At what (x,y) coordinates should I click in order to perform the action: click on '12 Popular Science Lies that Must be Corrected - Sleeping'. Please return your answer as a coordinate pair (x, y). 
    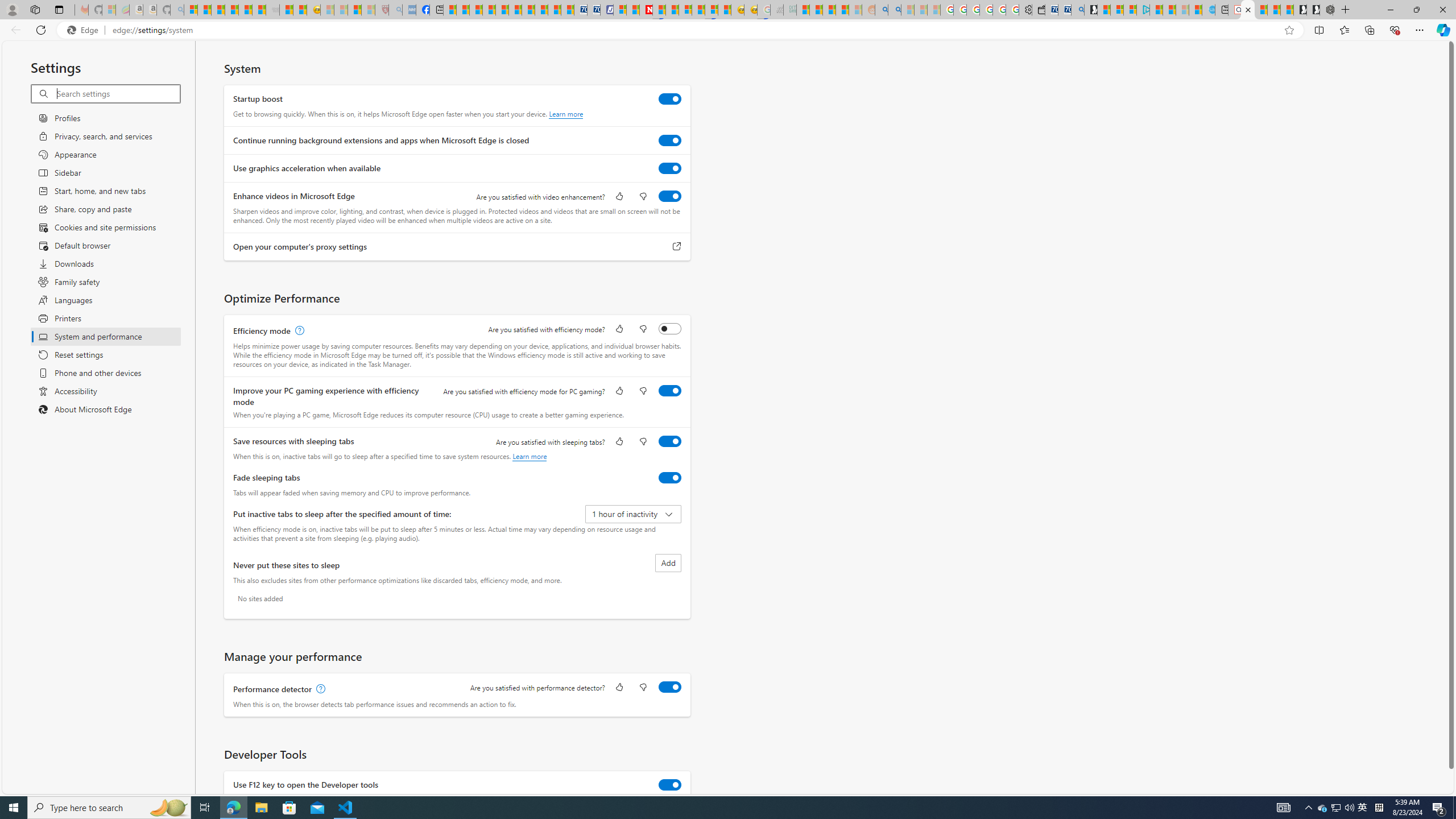
    Looking at the image, I should click on (368, 9).